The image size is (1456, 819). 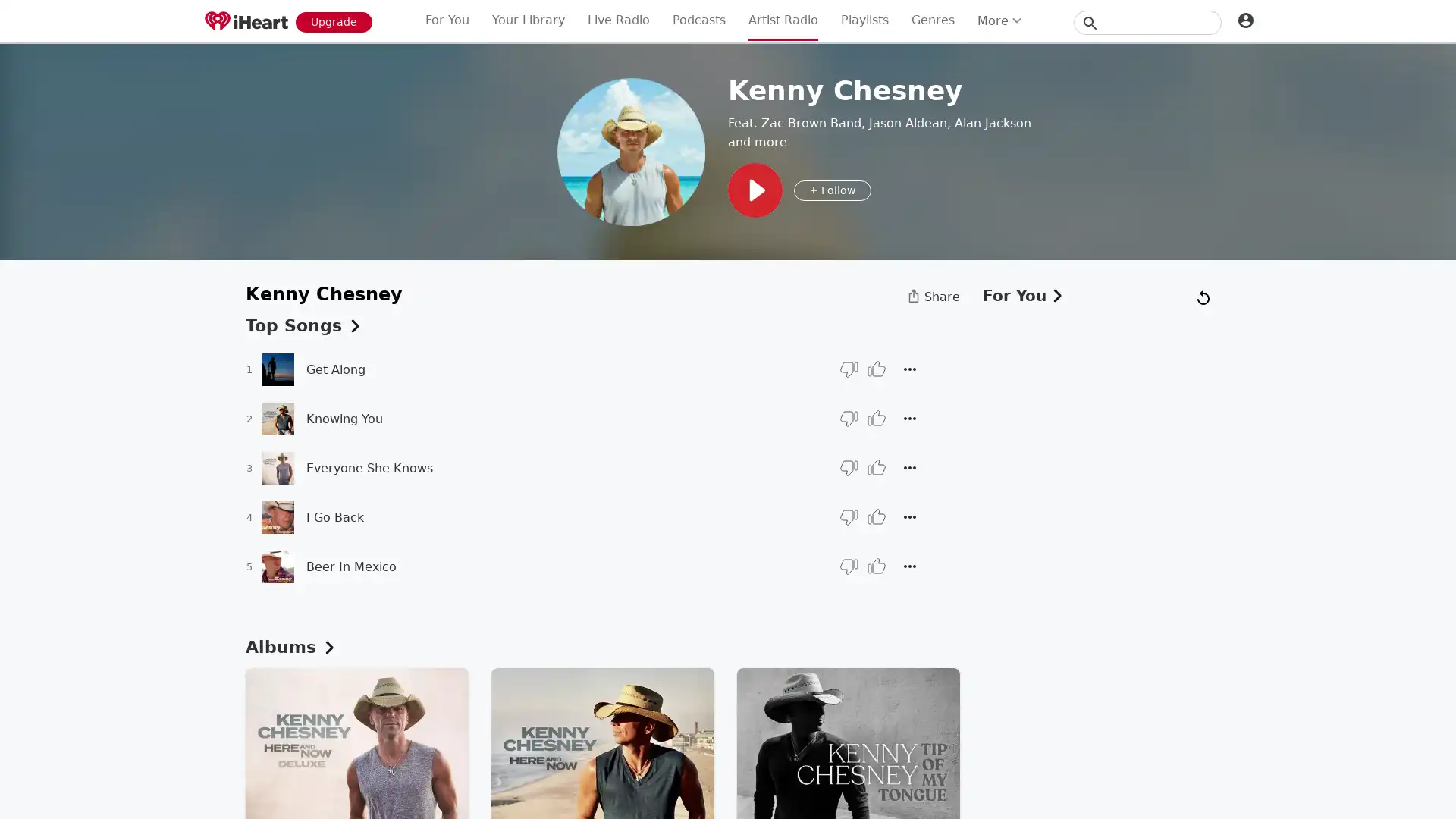 What do you see at coordinates (877, 369) in the screenshot?
I see `Thumb Up` at bounding box center [877, 369].